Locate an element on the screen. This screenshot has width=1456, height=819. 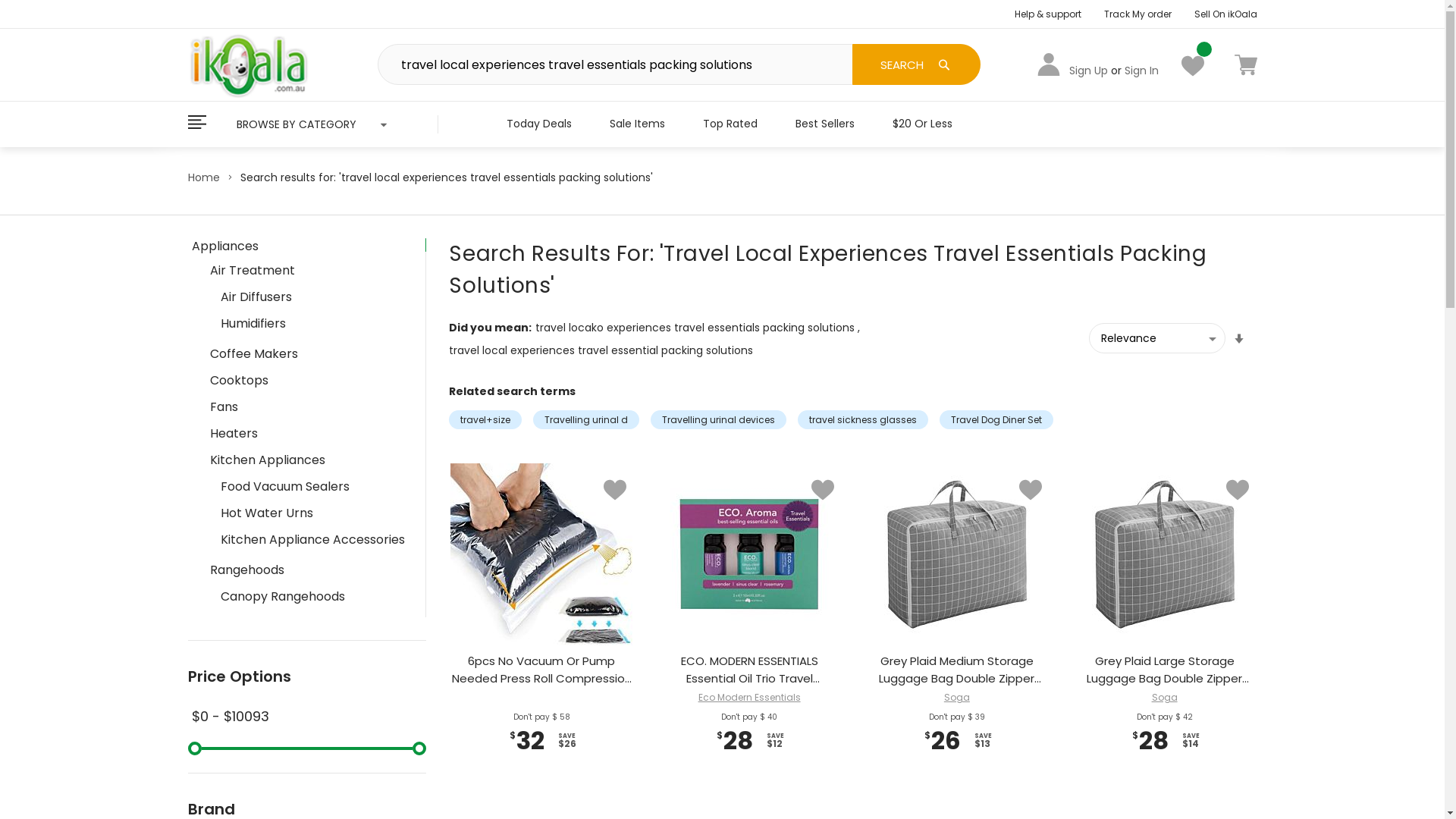
'Kitchen Appliance Accessories' is located at coordinates (211, 538).